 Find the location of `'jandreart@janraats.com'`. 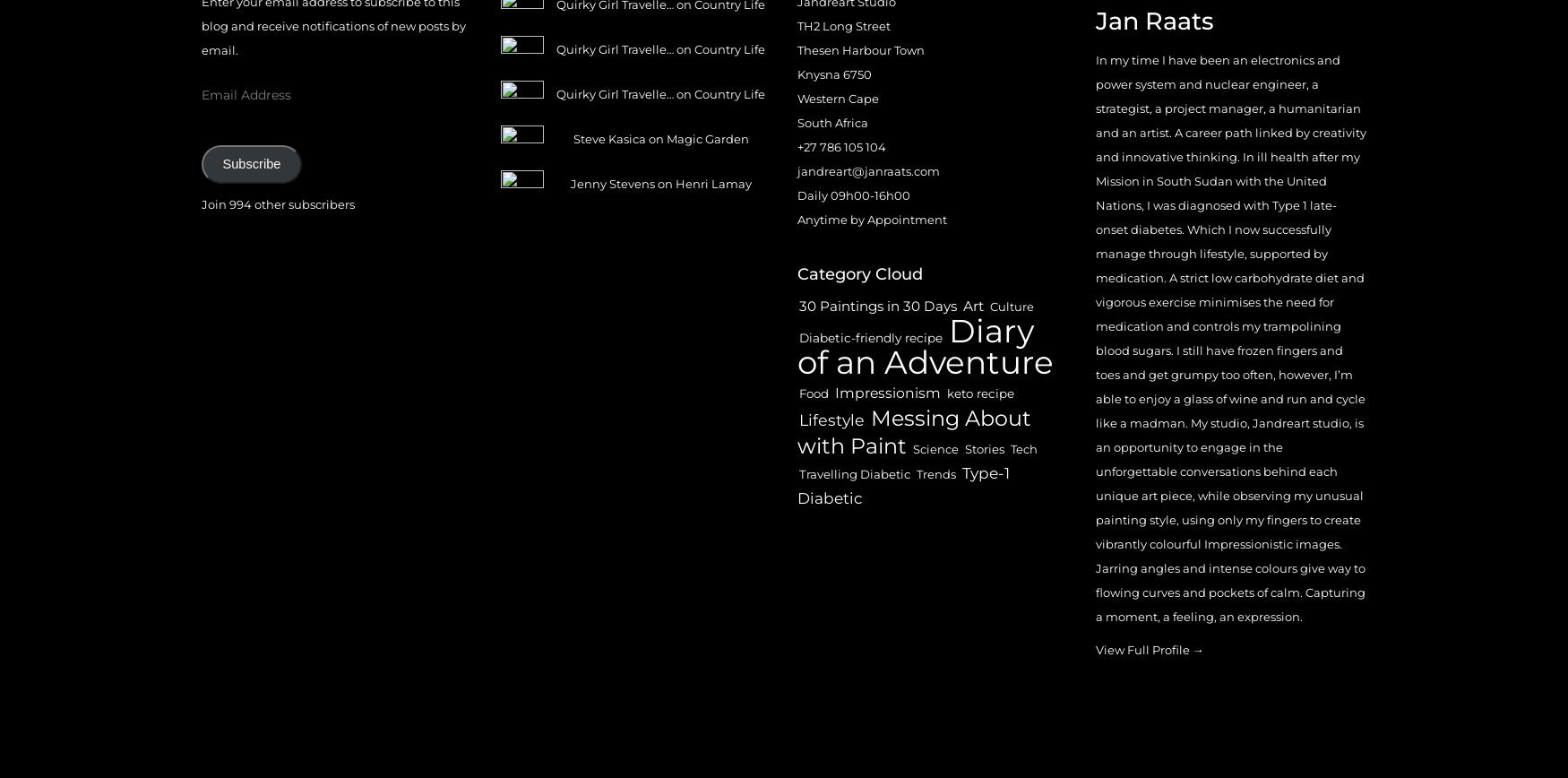

'jandreart@janraats.com' is located at coordinates (868, 170).